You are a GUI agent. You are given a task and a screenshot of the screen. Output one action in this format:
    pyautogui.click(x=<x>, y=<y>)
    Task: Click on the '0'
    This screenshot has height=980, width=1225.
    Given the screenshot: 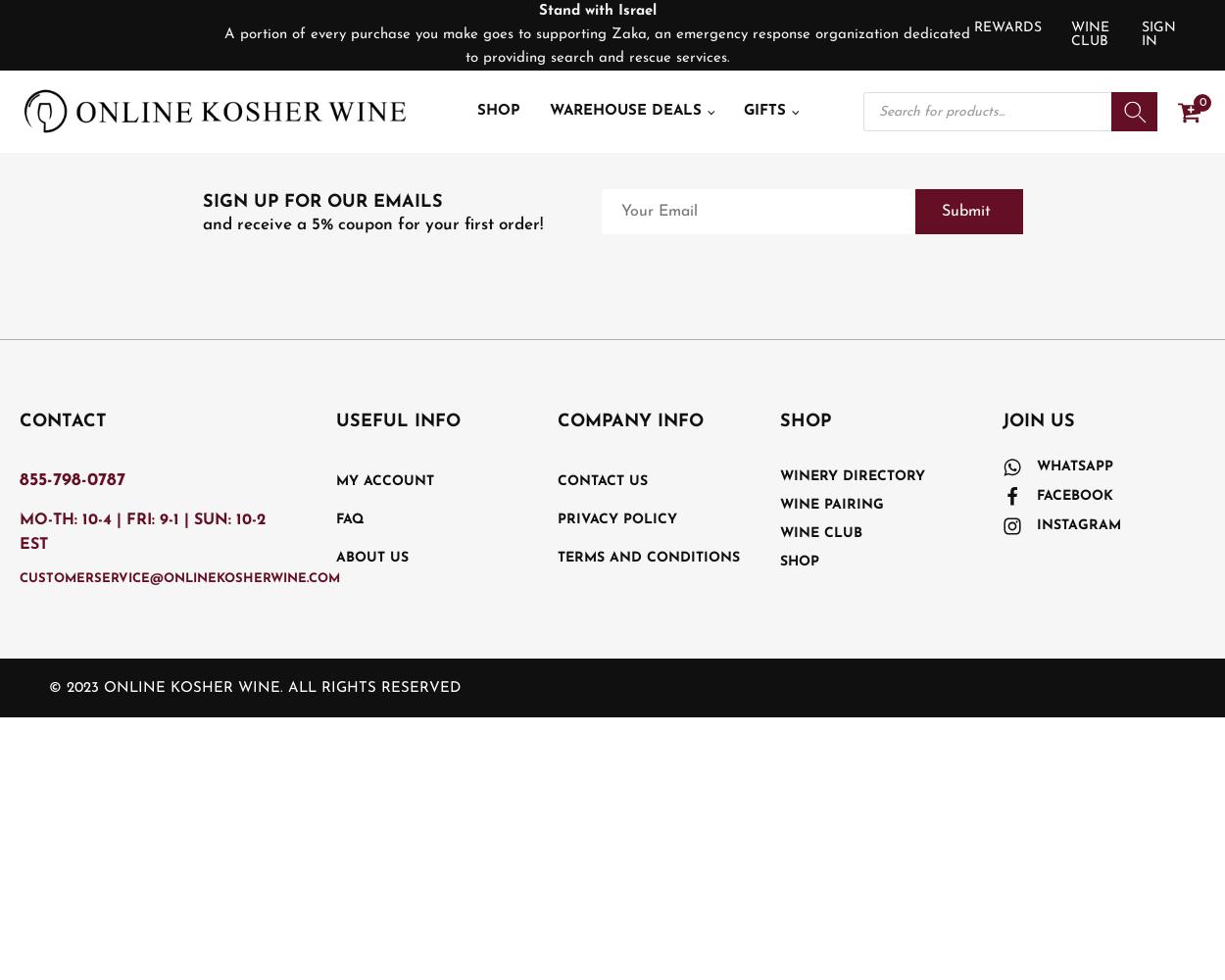 What is the action you would take?
    pyautogui.click(x=1200, y=101)
    